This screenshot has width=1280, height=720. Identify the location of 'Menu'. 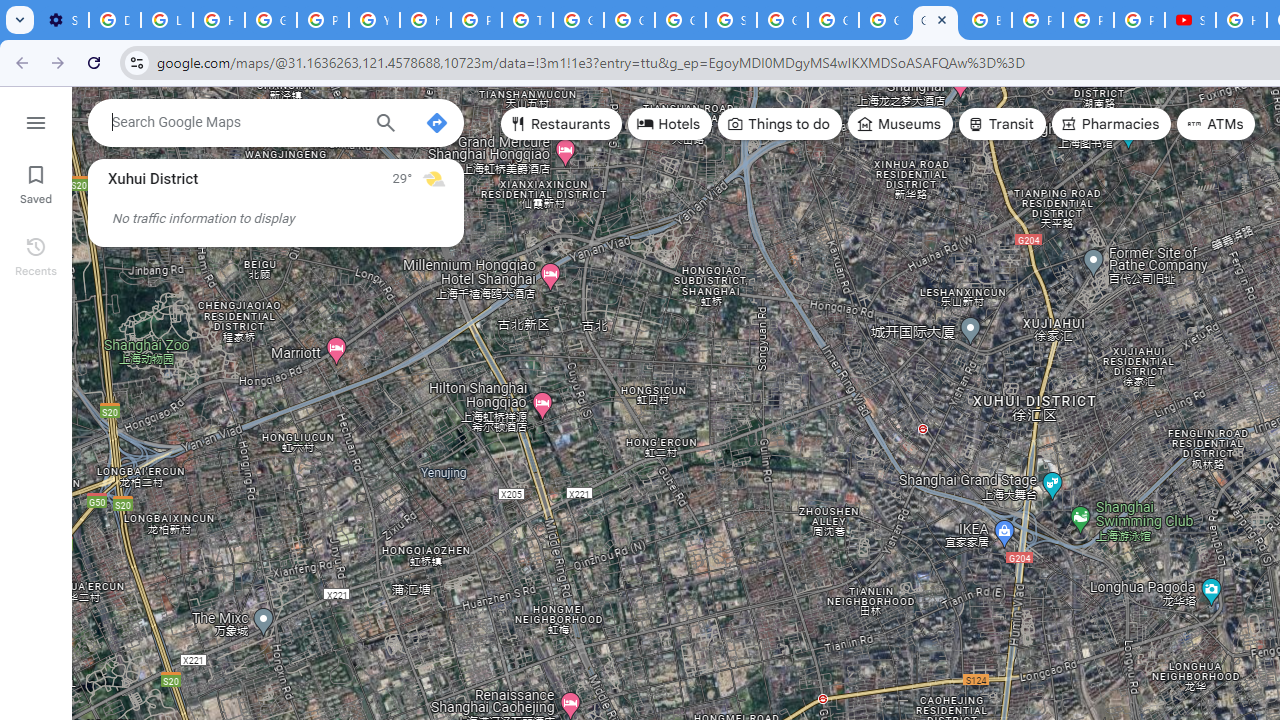
(35, 120).